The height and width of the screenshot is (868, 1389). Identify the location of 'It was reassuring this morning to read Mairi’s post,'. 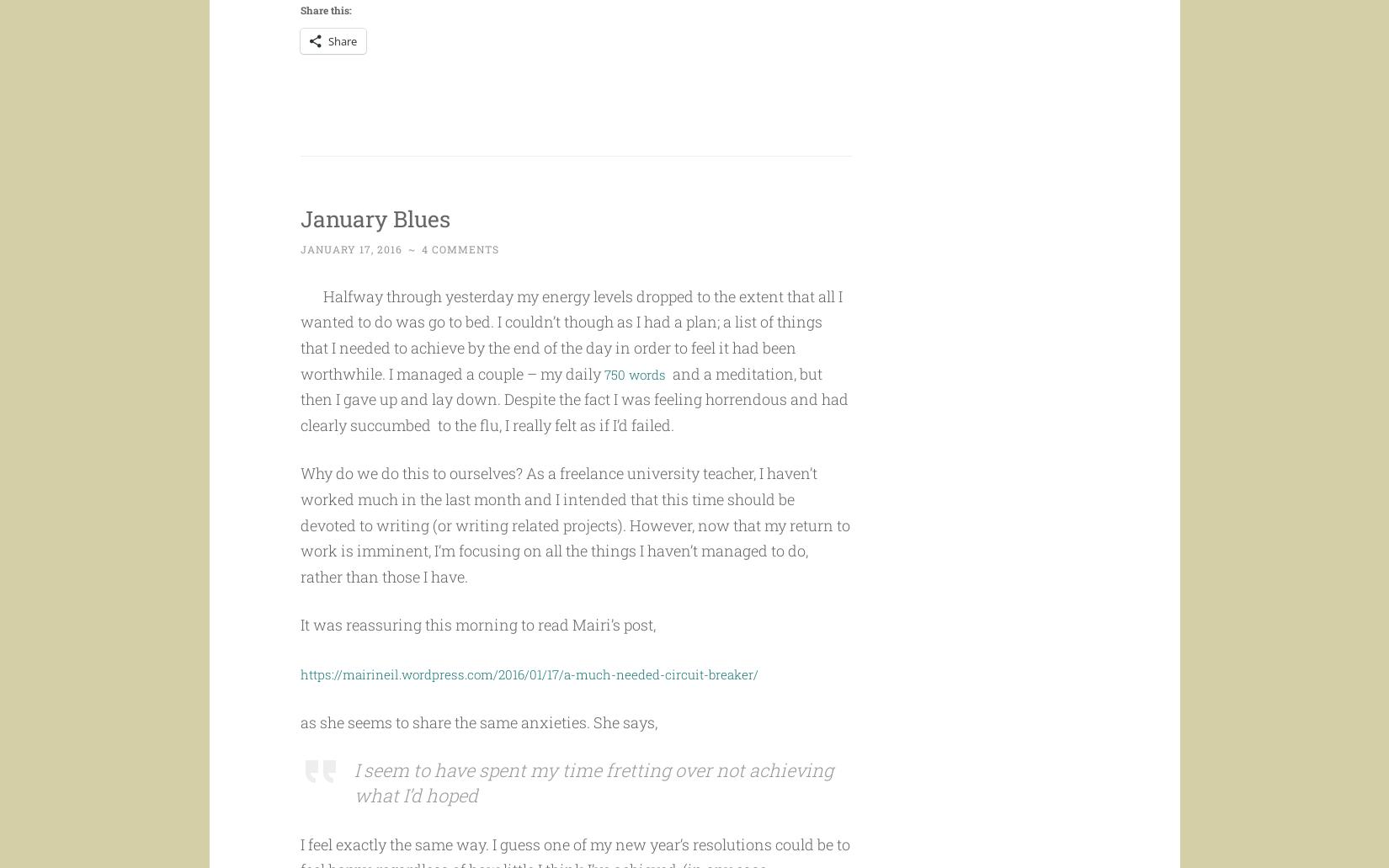
(300, 656).